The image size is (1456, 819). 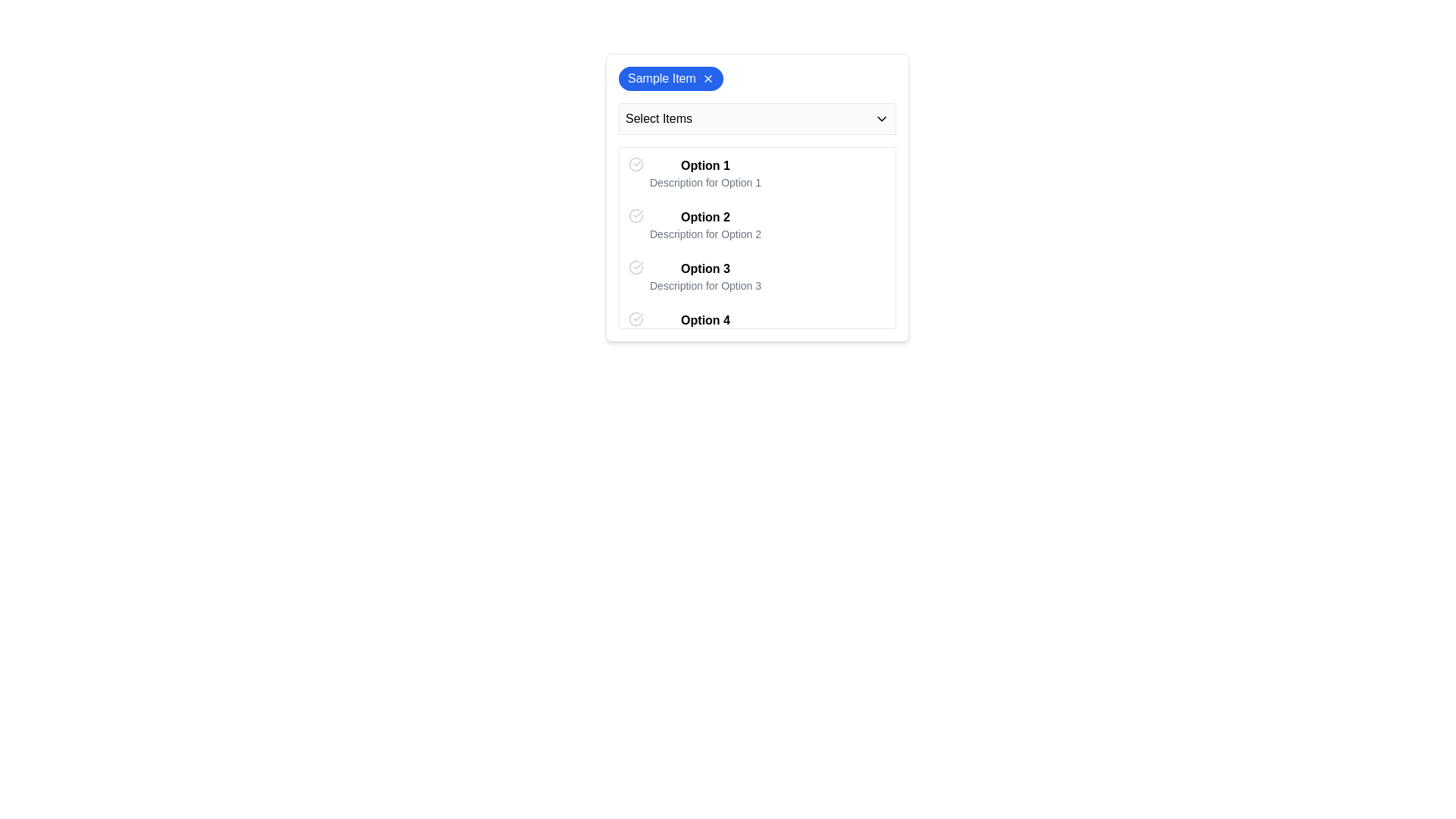 What do you see at coordinates (757, 79) in the screenshot?
I see `the removable indicator of the selected item in the multi-select dropdown to deselect it` at bounding box center [757, 79].